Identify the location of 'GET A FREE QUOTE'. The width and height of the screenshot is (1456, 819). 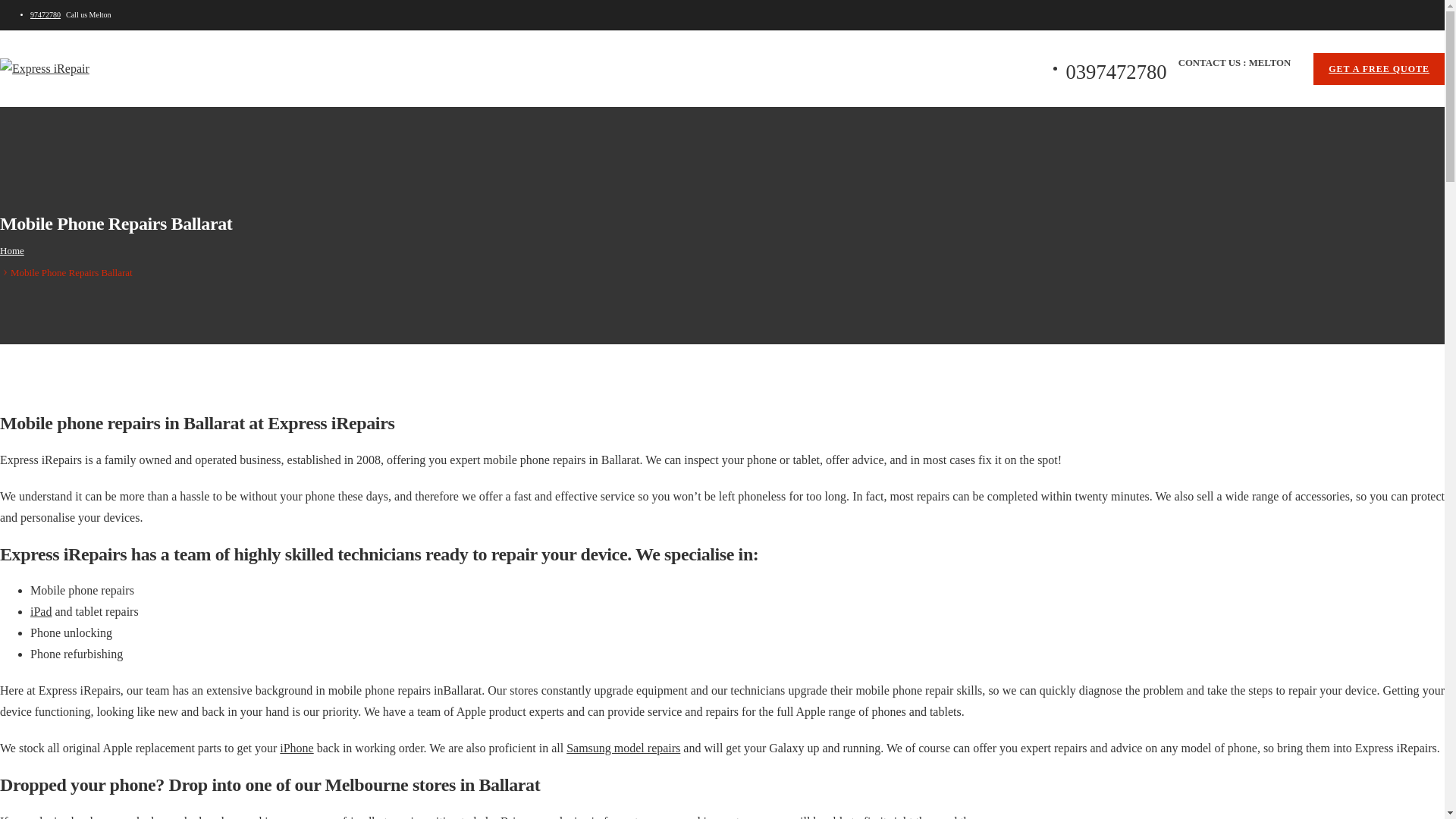
(1379, 69).